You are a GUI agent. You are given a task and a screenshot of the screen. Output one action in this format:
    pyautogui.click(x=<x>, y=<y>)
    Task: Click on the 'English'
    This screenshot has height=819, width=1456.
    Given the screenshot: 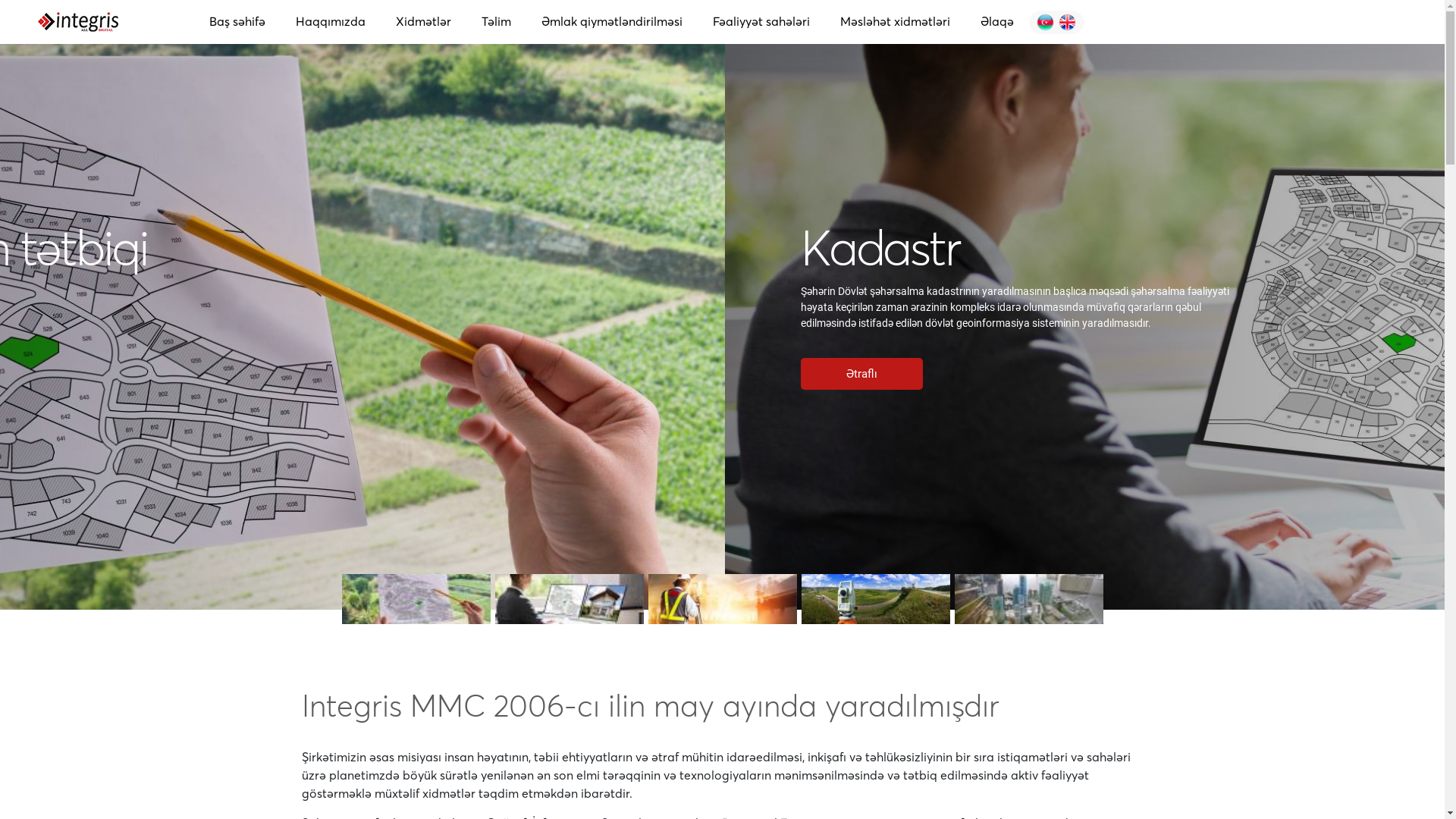 What is the action you would take?
    pyautogui.click(x=1044, y=22)
    